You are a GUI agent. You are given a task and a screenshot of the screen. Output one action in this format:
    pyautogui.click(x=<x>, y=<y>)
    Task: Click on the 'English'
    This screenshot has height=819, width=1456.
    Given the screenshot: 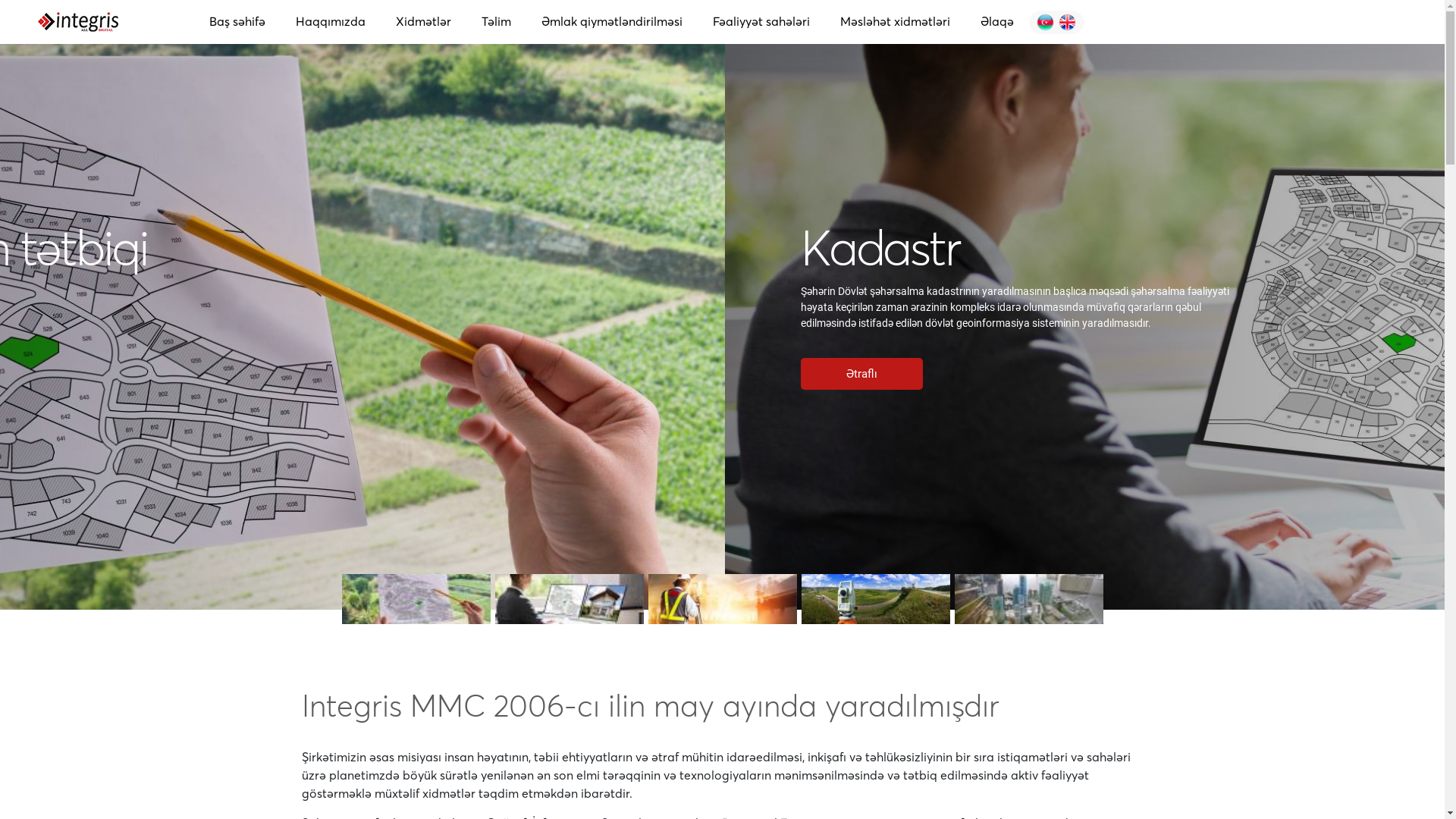 What is the action you would take?
    pyautogui.click(x=1044, y=22)
    